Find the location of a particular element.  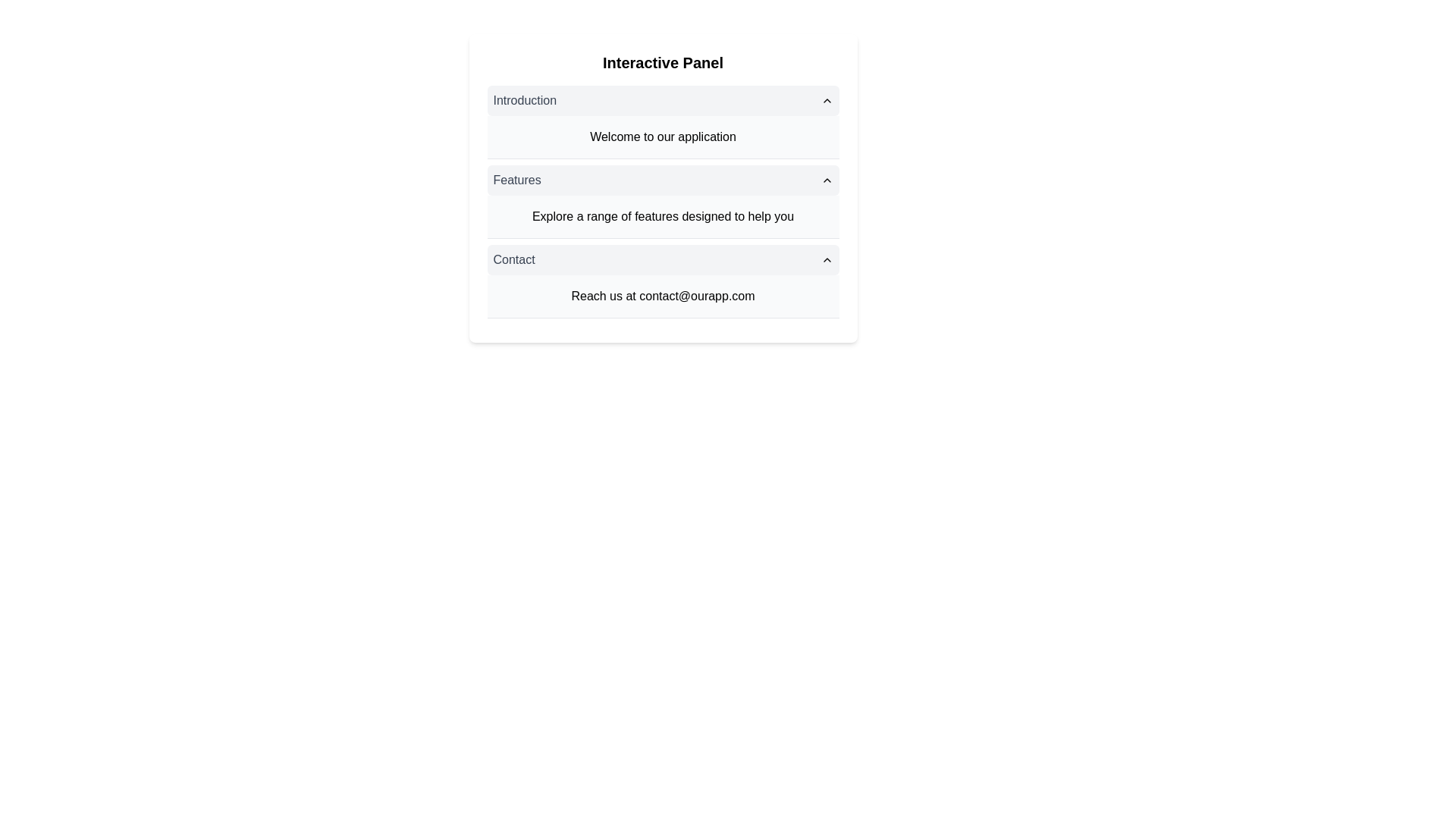

the bold text element labeled 'Features' is located at coordinates (516, 180).